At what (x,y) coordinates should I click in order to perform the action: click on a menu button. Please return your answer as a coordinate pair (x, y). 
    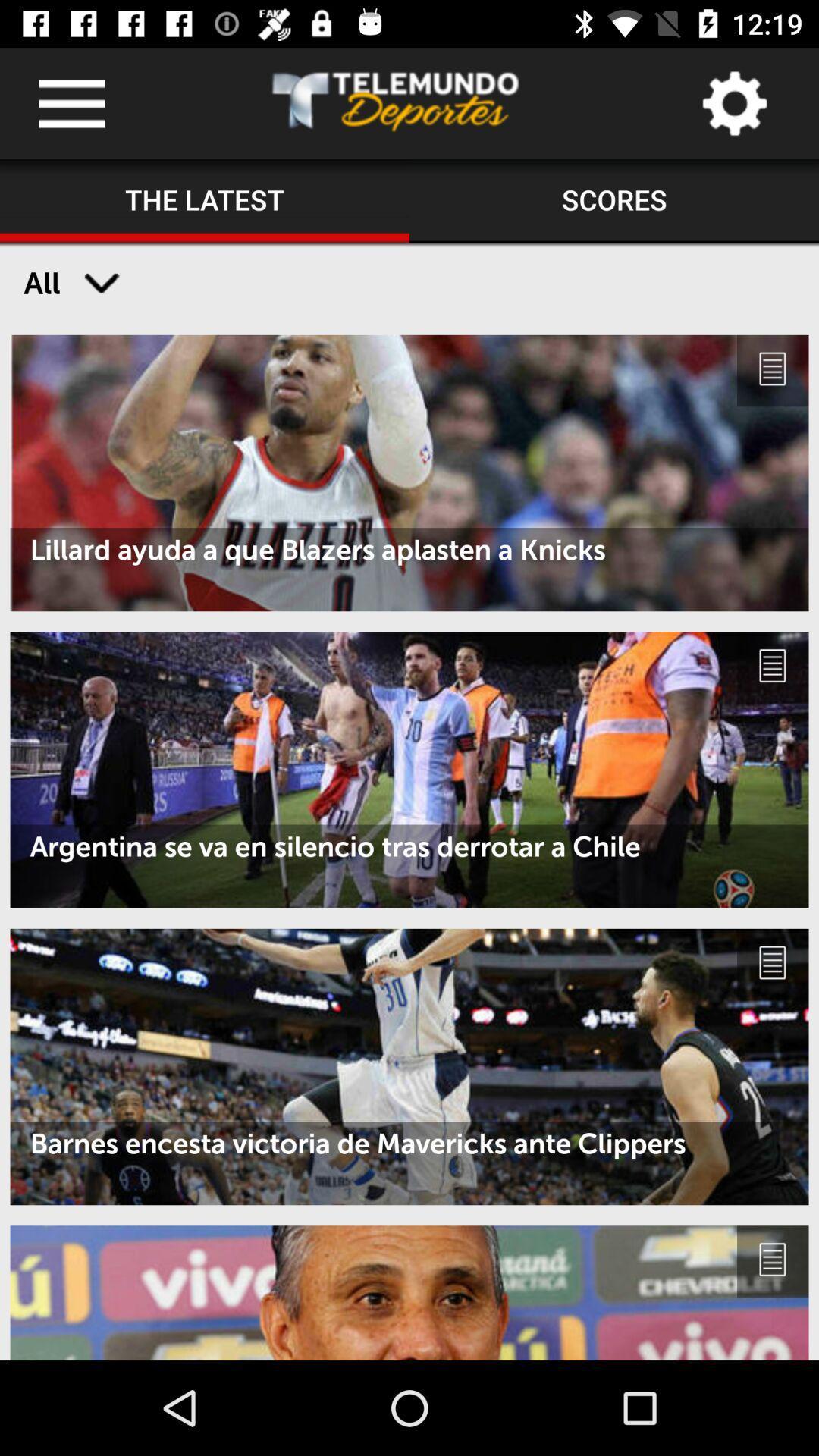
    Looking at the image, I should click on (71, 102).